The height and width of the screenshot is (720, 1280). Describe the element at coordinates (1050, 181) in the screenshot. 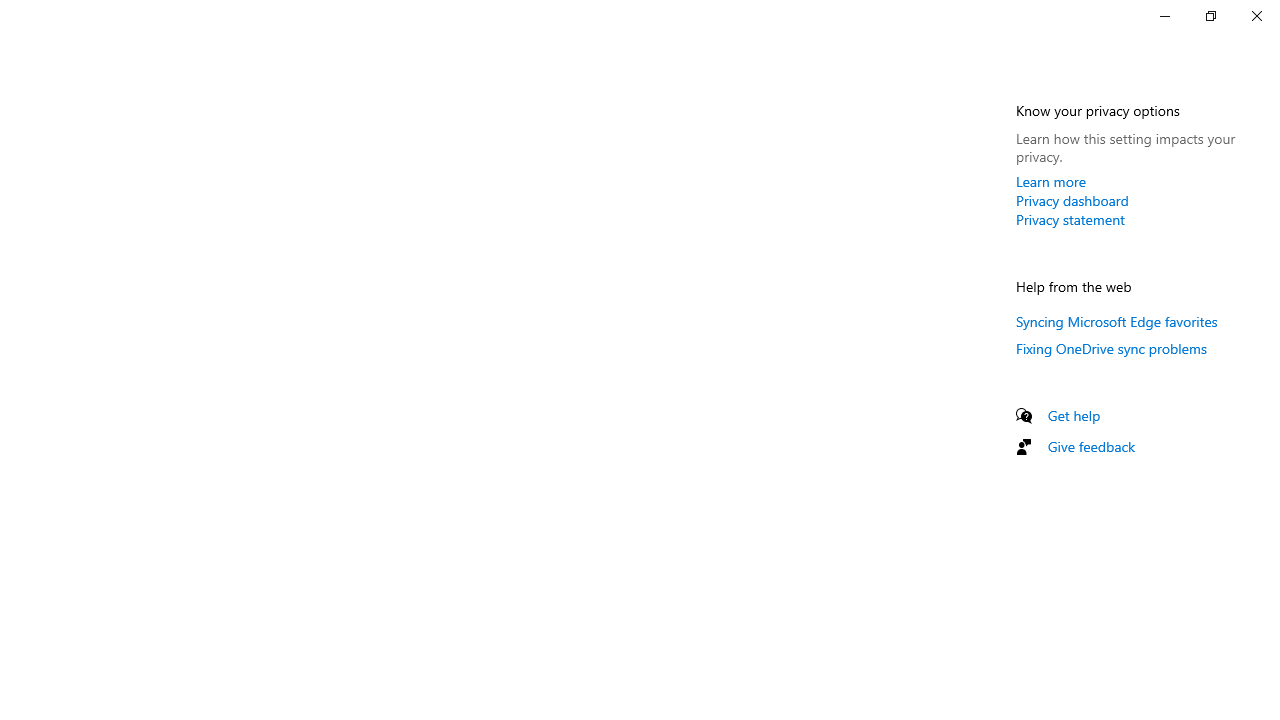

I see `'Learn more'` at that location.